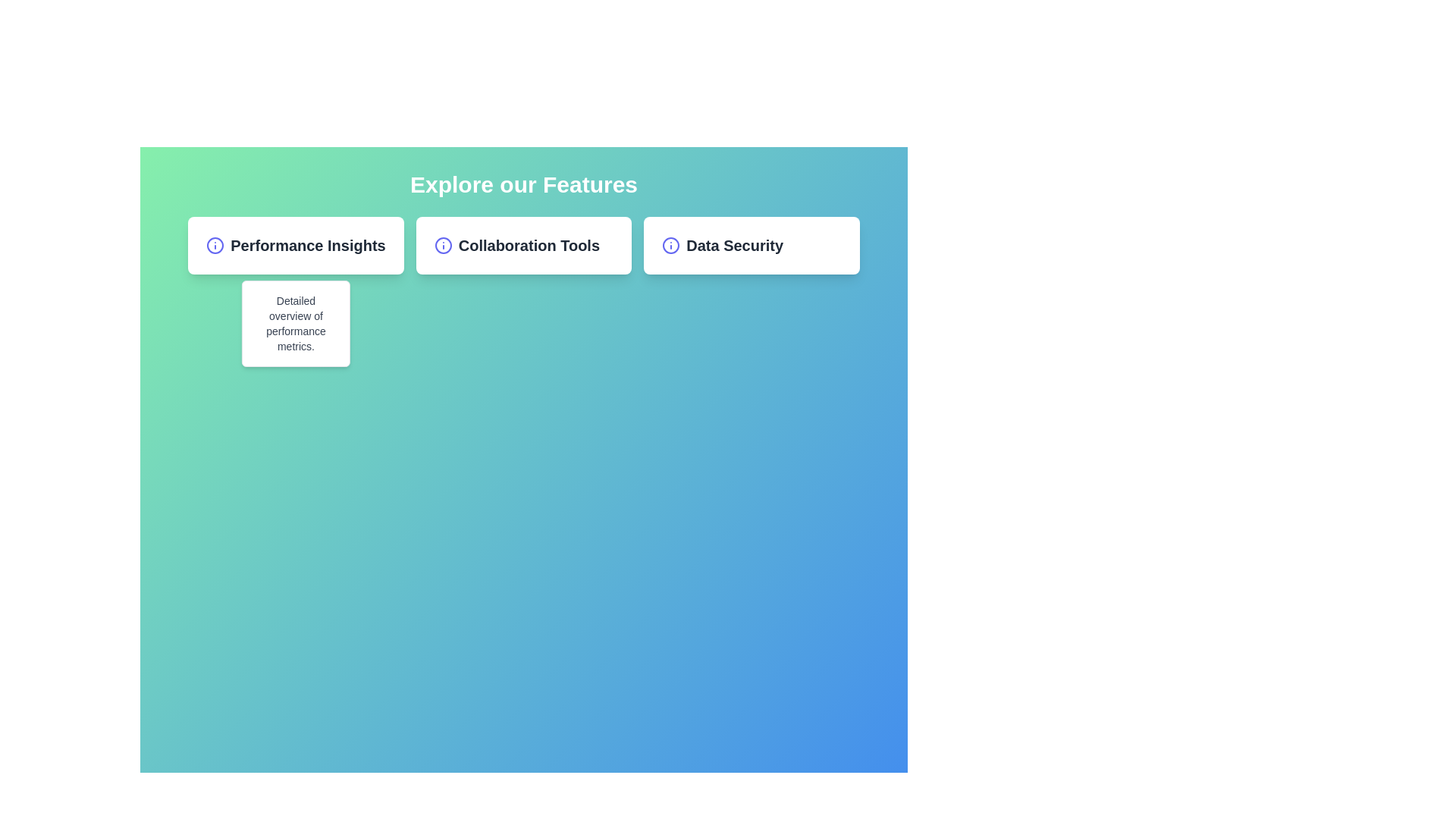 The height and width of the screenshot is (819, 1456). I want to click on the descriptive Text Label positioned centrally below the 'Performance Insights' button to enhance user understanding of its purpose, so click(296, 323).